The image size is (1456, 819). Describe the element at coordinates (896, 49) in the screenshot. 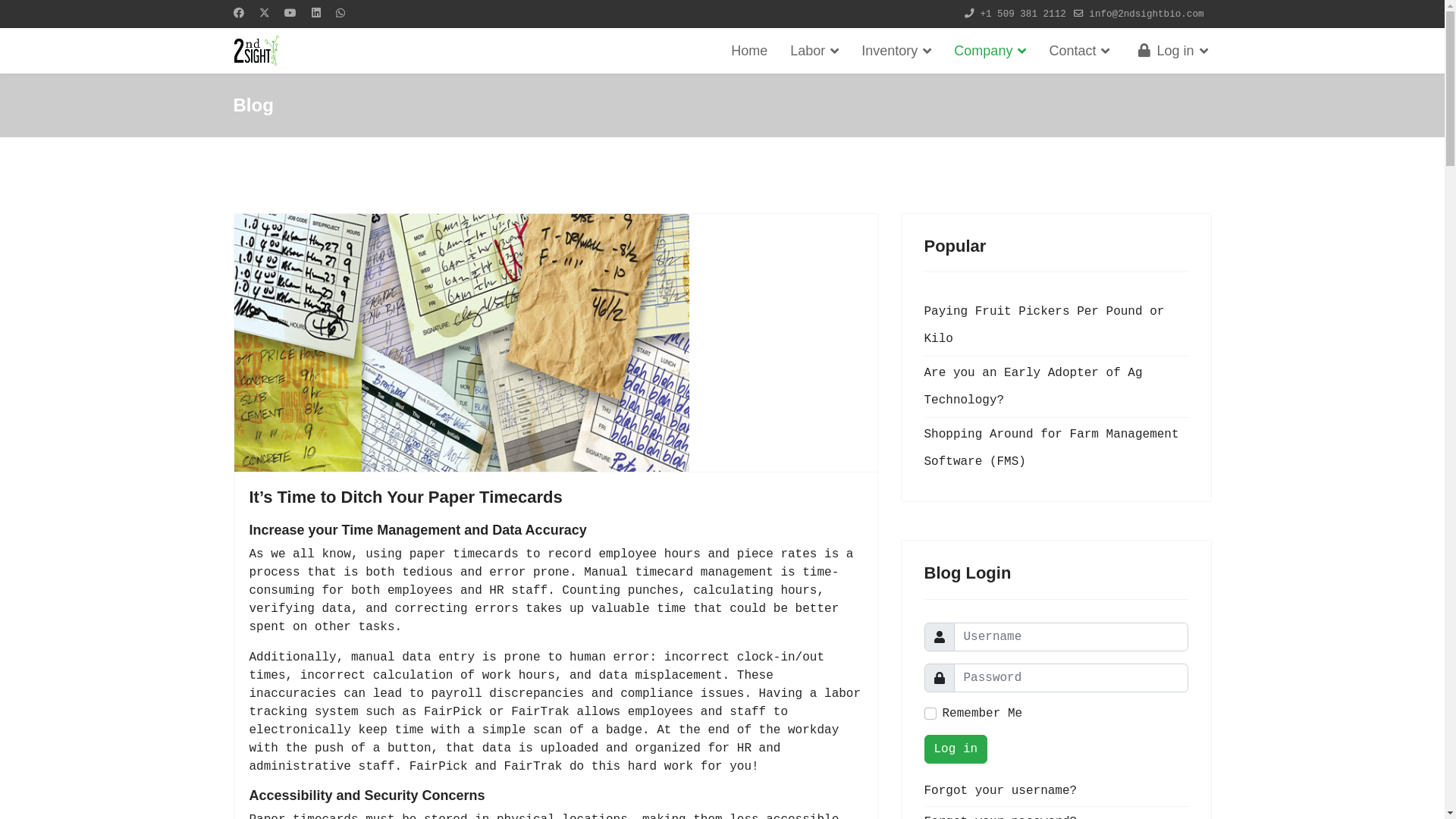

I see `'Inventory'` at that location.